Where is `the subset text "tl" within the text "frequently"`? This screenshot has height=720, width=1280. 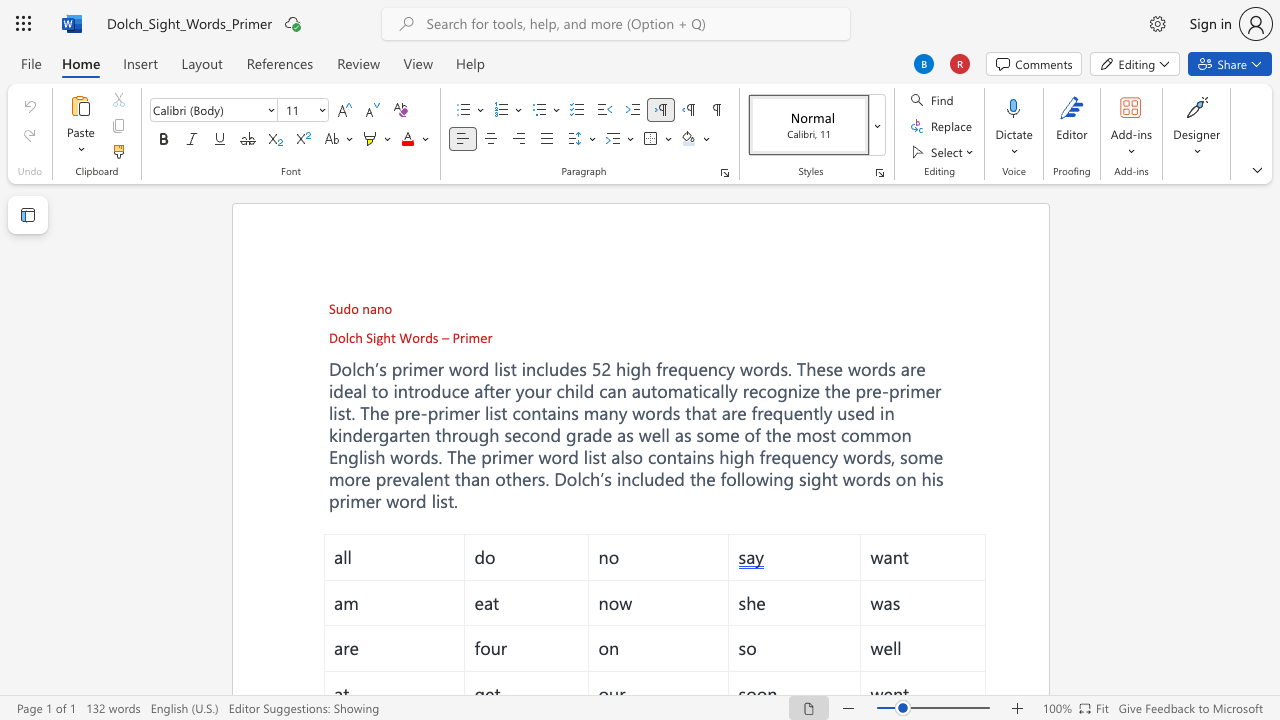
the subset text "tl" within the text "frequently" is located at coordinates (813, 411).